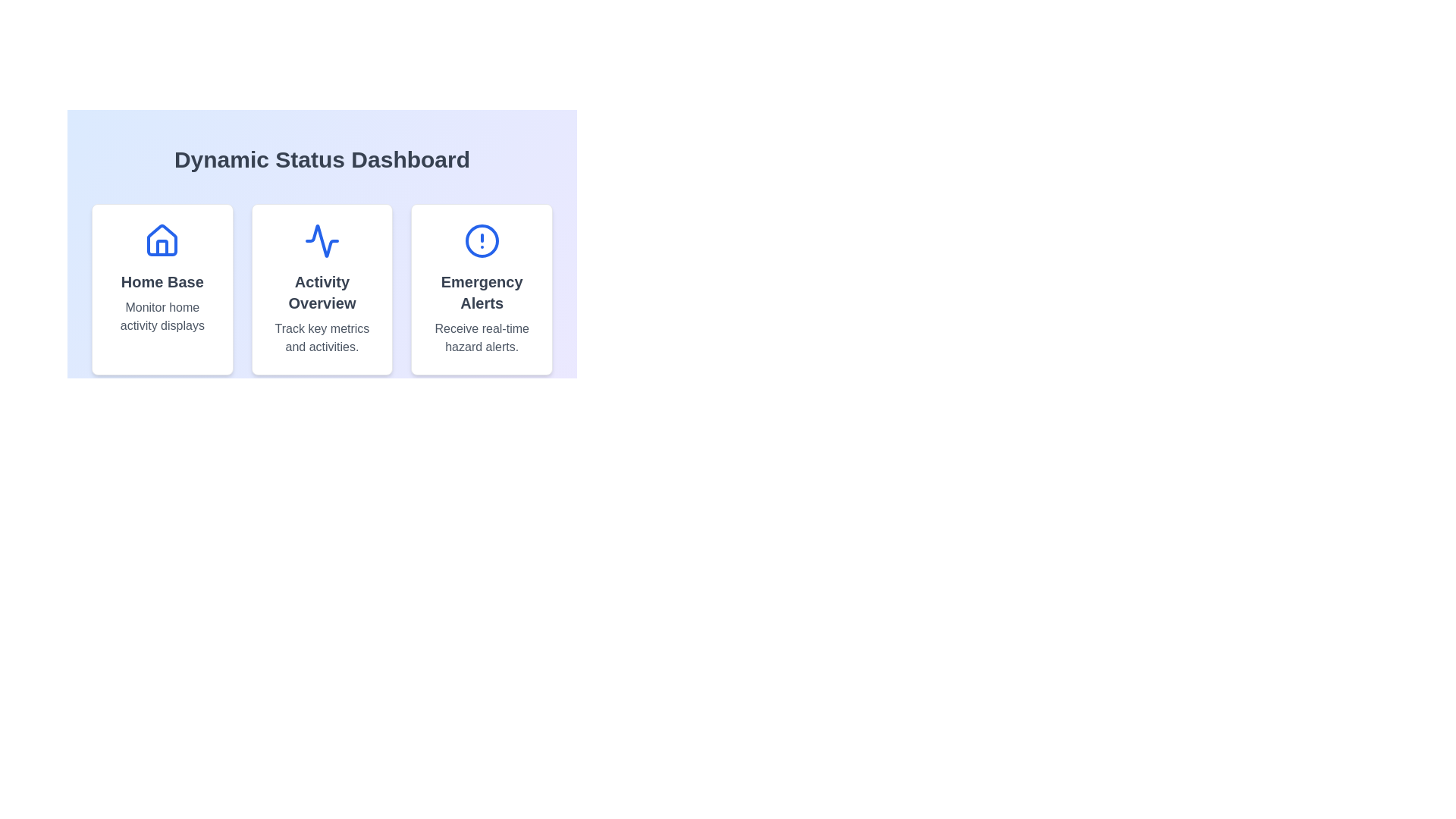 This screenshot has width=1456, height=819. What do you see at coordinates (321, 289) in the screenshot?
I see `the 'Activity Overview' card, which has a white background, rounded corners, and a blue waveform icon at the top` at bounding box center [321, 289].